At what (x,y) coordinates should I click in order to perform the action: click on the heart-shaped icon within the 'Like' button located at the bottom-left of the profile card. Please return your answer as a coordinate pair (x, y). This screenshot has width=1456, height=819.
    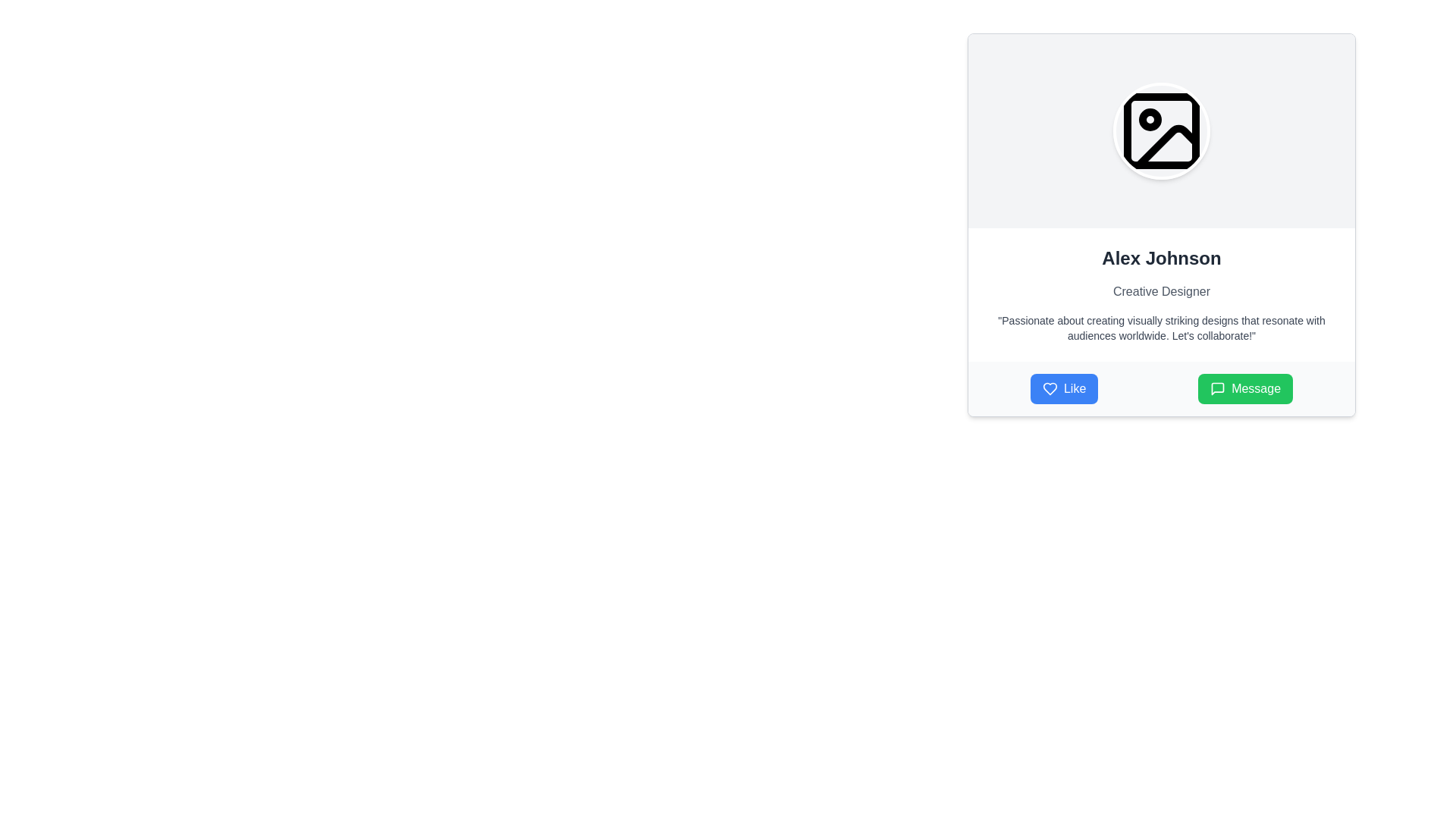
    Looking at the image, I should click on (1049, 388).